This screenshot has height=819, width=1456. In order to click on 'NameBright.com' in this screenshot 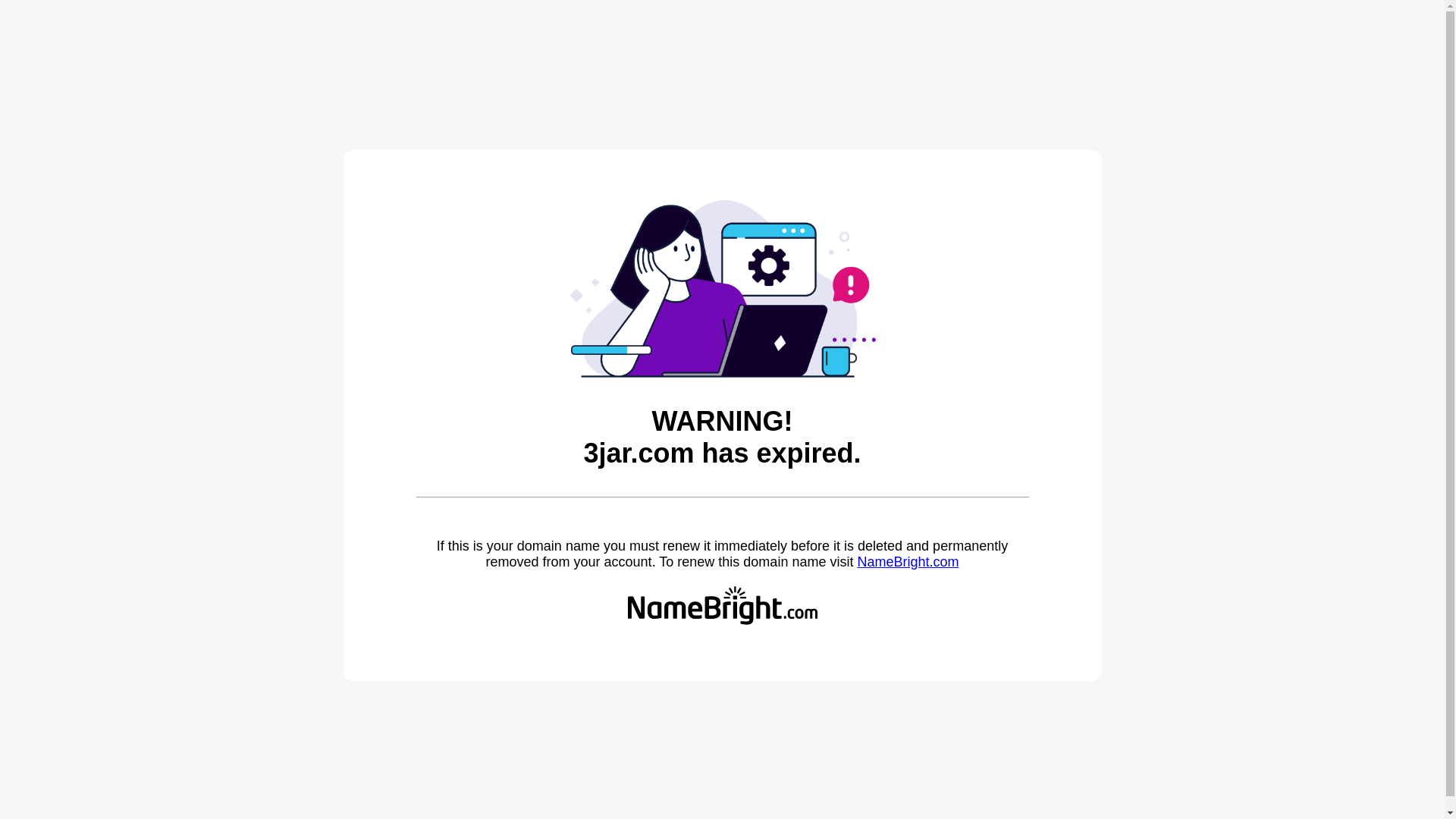, I will do `click(907, 561)`.